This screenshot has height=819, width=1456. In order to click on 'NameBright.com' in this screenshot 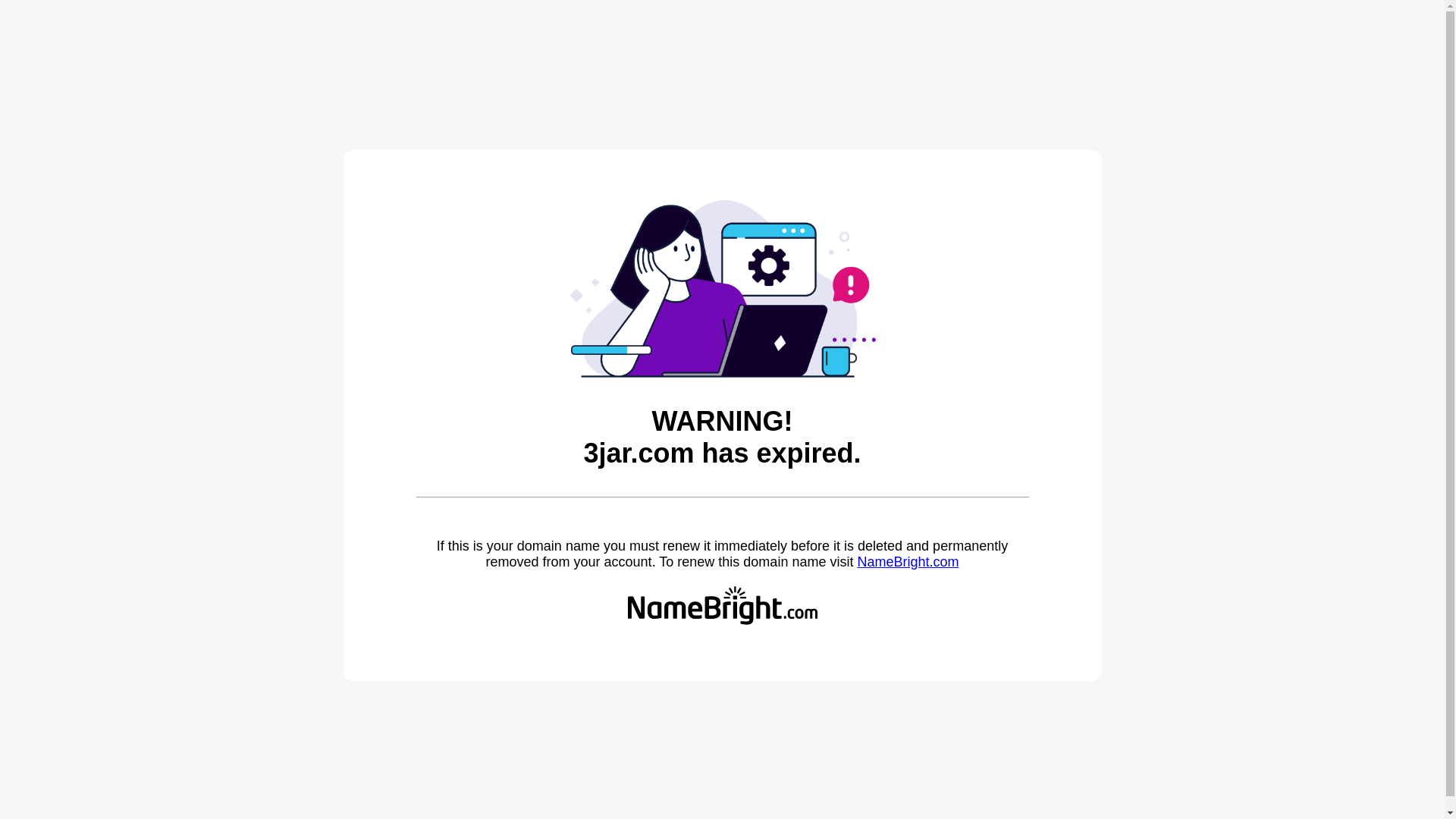, I will do `click(907, 561)`.